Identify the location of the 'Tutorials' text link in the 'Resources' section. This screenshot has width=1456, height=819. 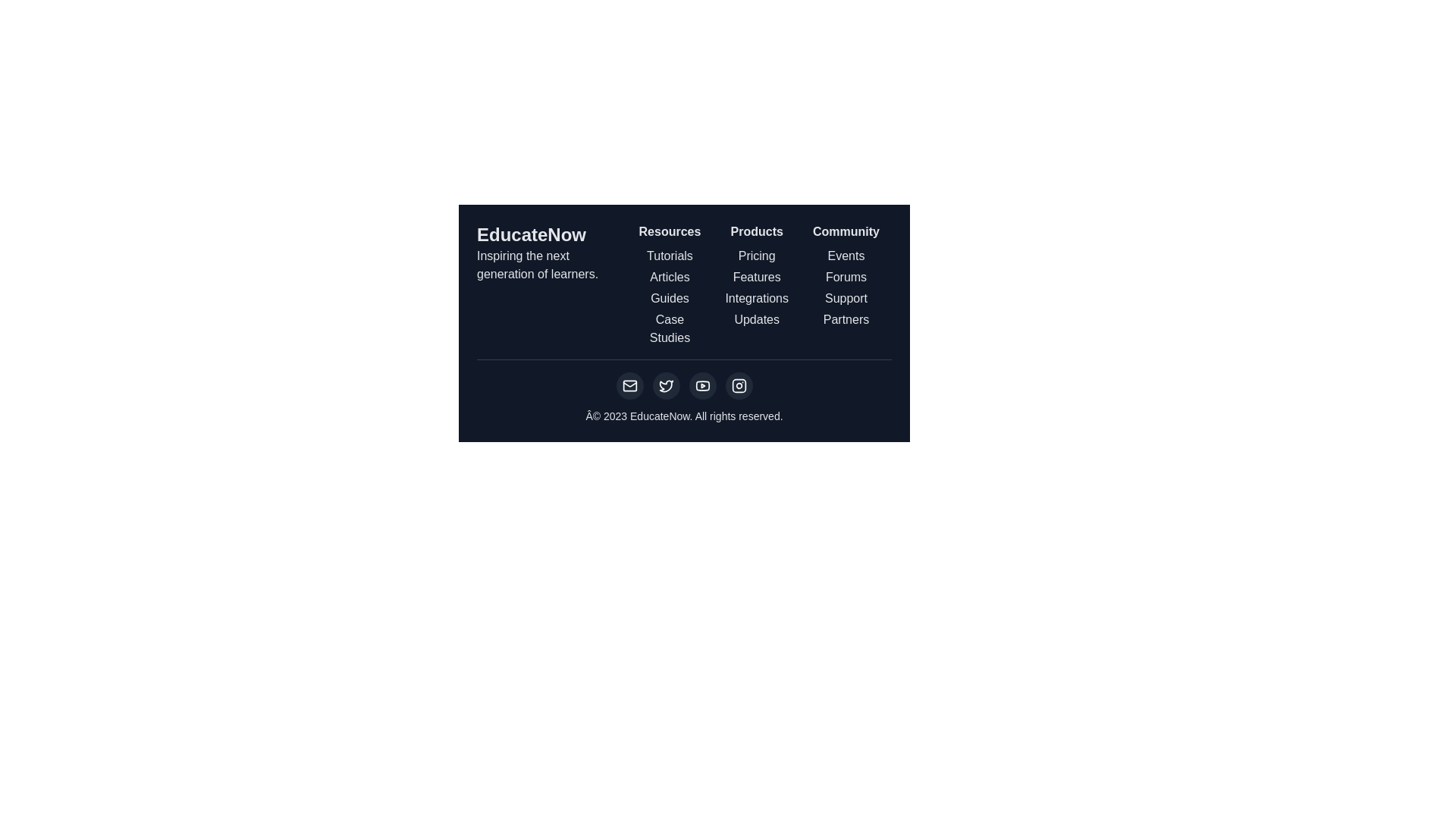
(669, 256).